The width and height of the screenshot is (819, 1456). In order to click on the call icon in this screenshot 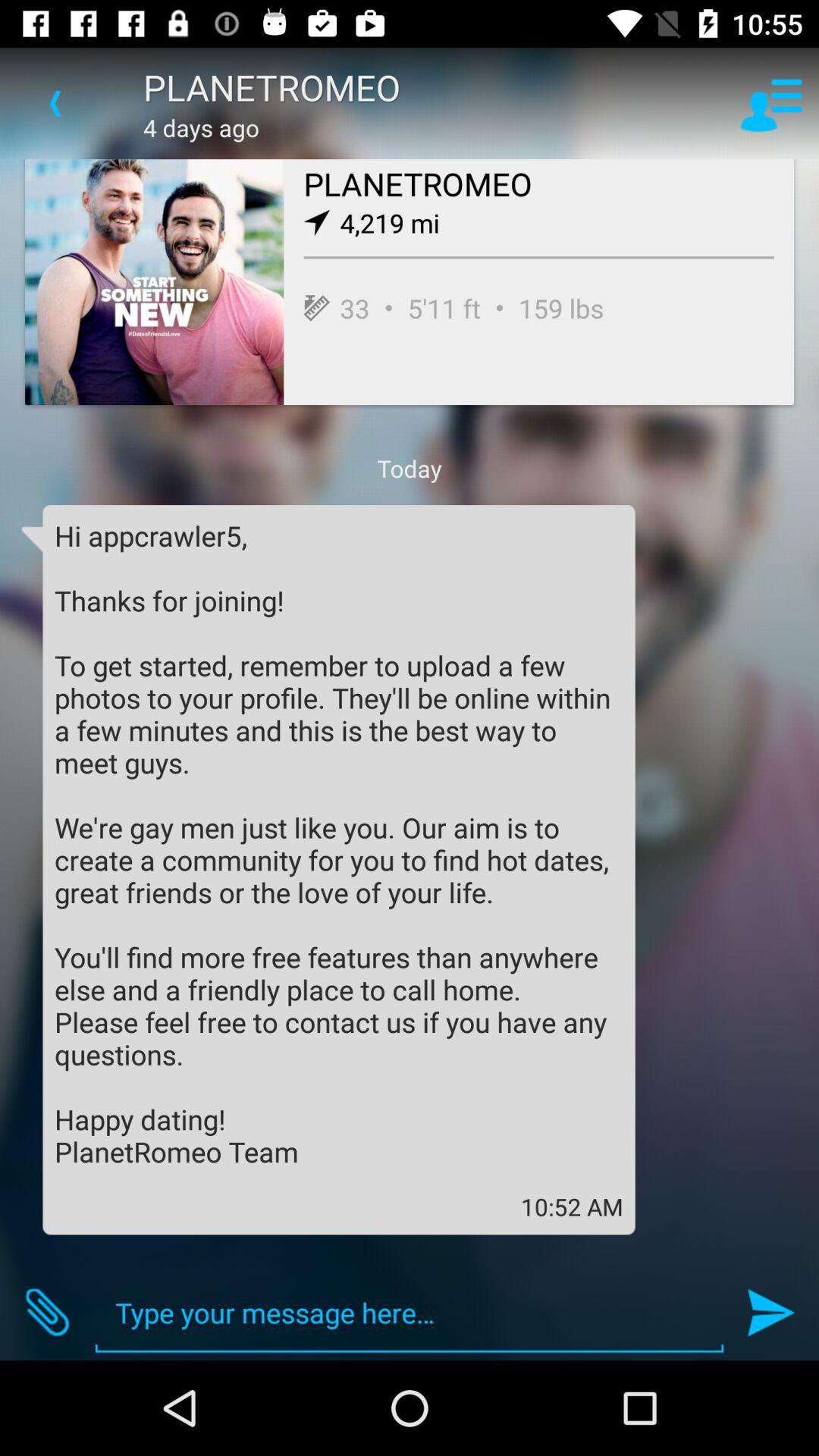, I will do `click(46, 1312)`.